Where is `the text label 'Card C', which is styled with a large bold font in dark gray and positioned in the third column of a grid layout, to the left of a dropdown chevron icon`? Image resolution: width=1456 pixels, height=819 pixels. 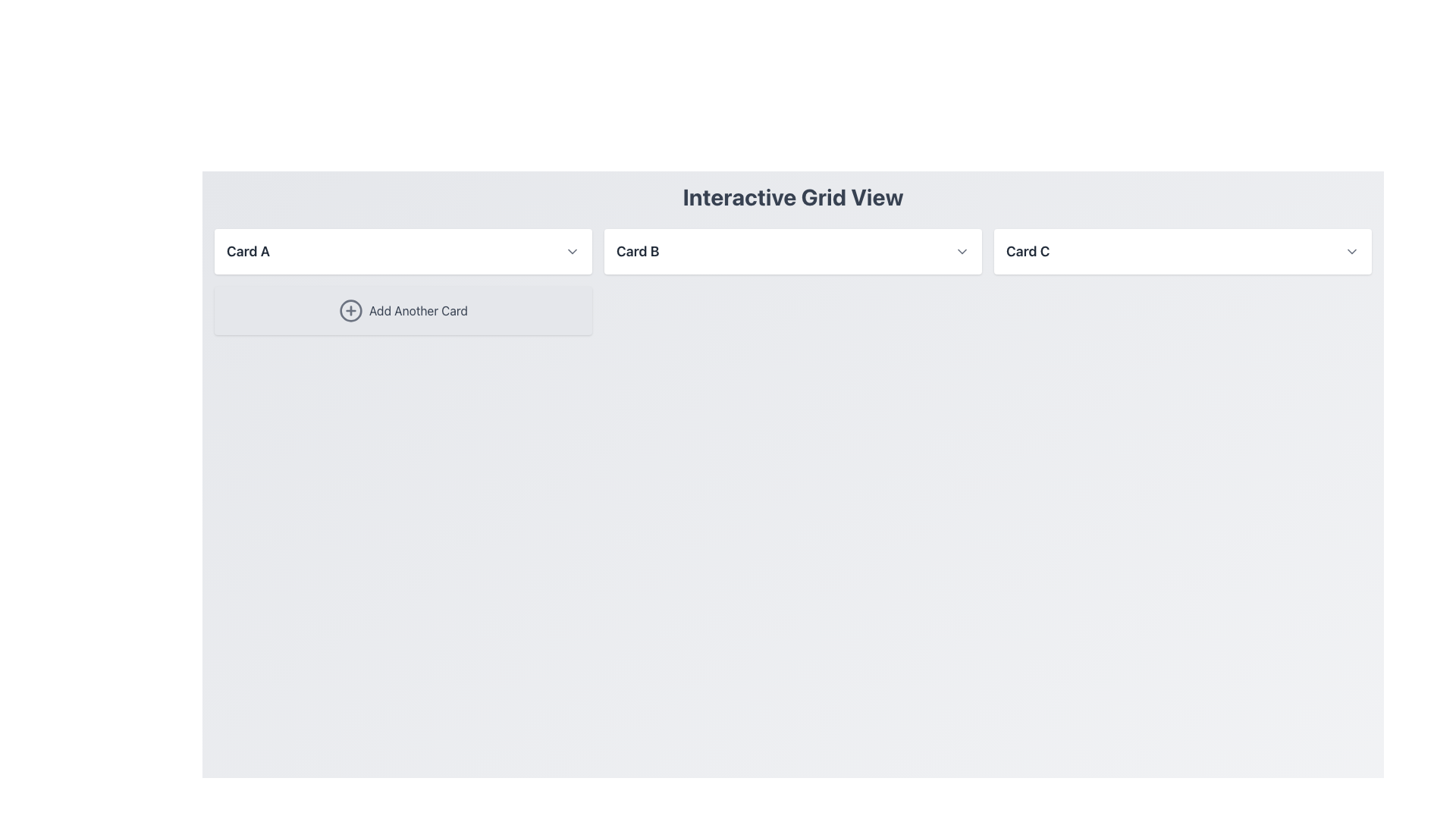 the text label 'Card C', which is styled with a large bold font in dark gray and positioned in the third column of a grid layout, to the left of a dropdown chevron icon is located at coordinates (1028, 250).